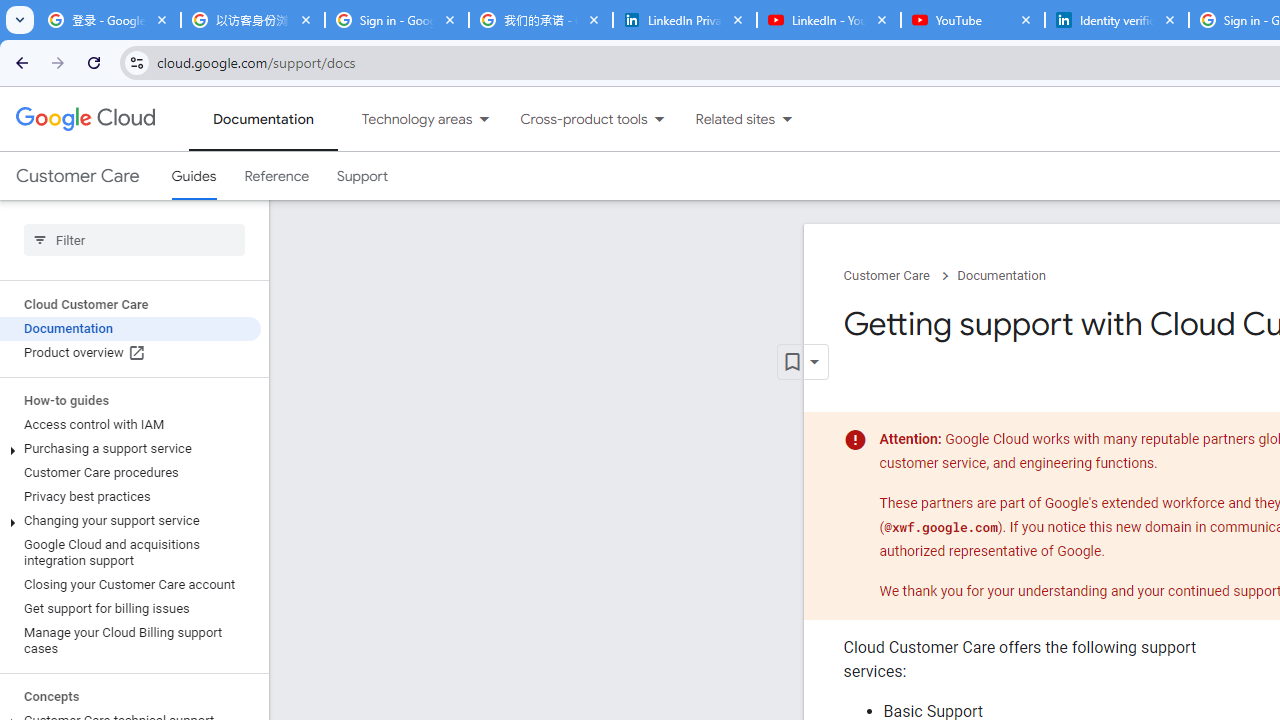 Image resolution: width=1280 pixels, height=720 pixels. I want to click on 'Cross-product tools', so click(571, 119).